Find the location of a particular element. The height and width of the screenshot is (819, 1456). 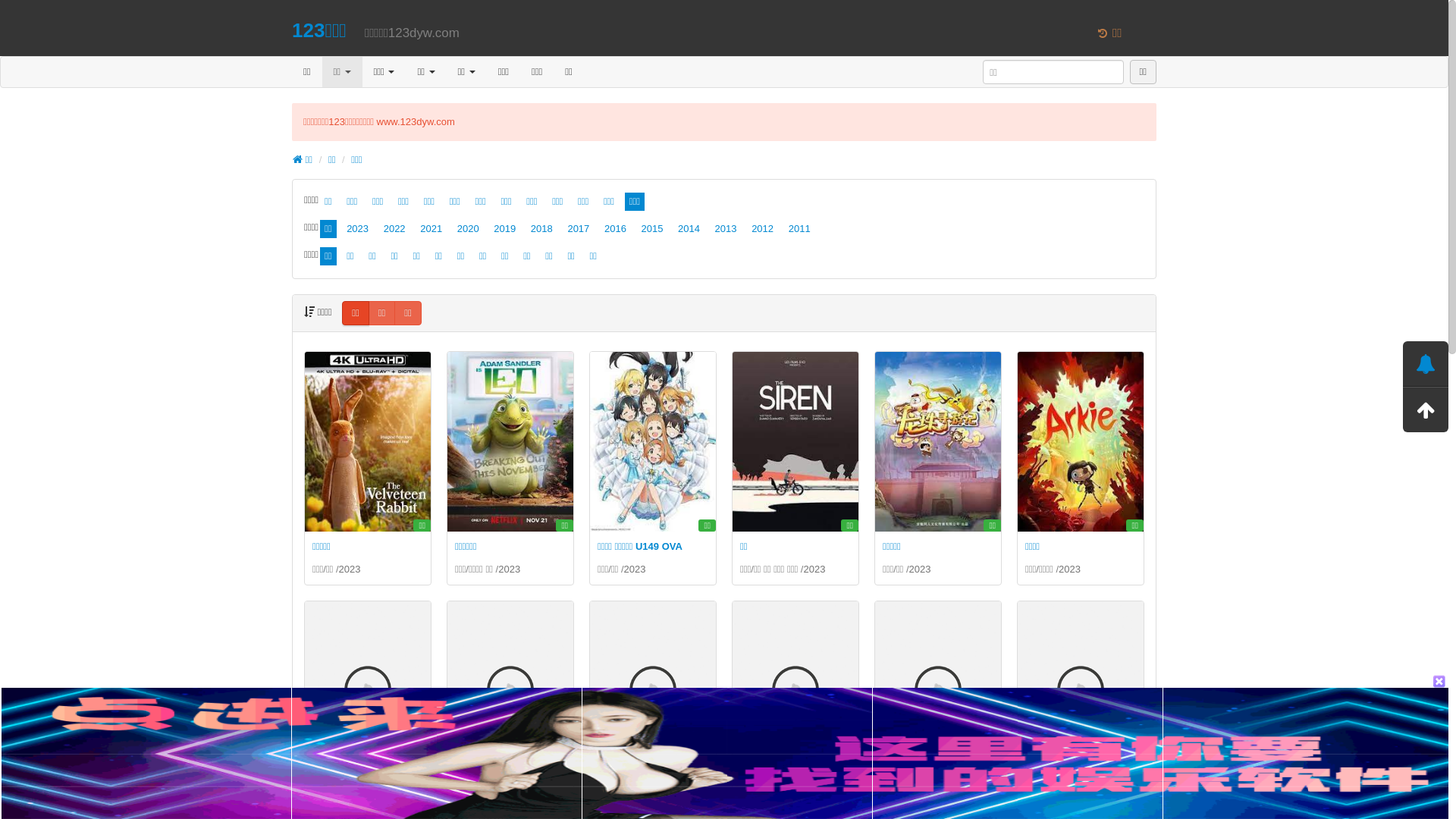

'2019' is located at coordinates (494, 228).